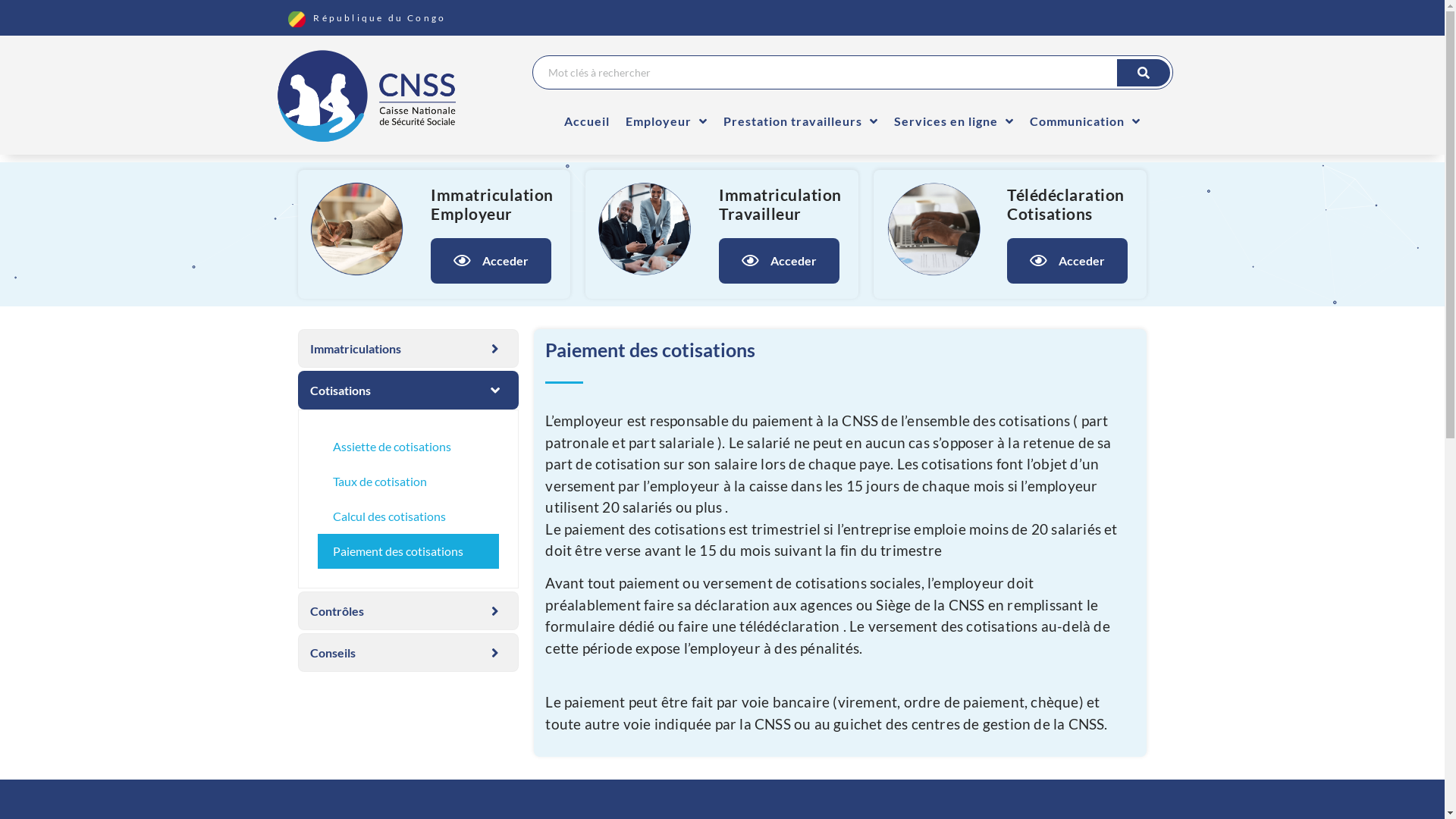 The height and width of the screenshot is (819, 1456). I want to click on 'Acceder', so click(491, 259).